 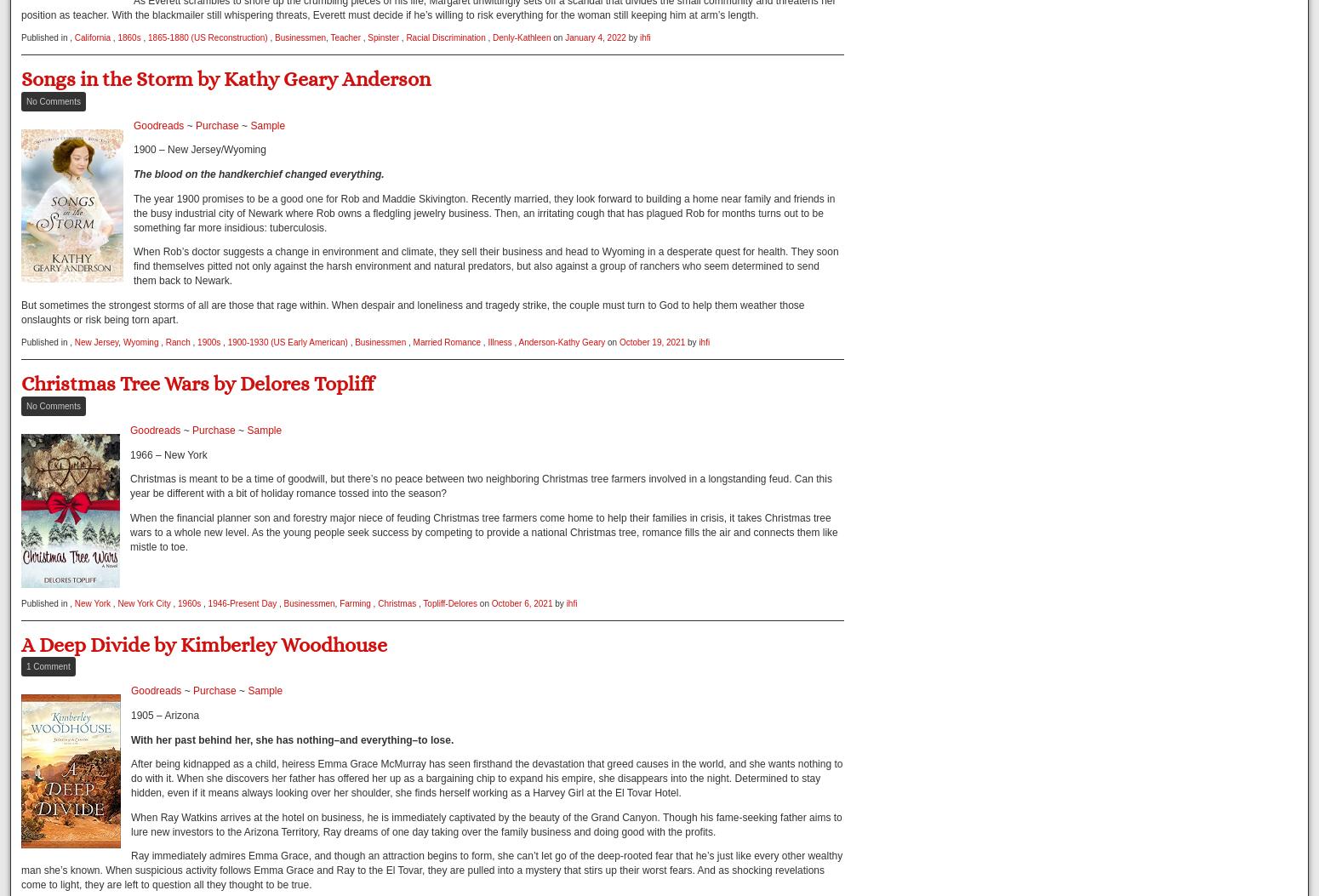 I want to click on 'Christmas is meant to be a time of goodwill, but there’s no peace between two neighboring Christmas tree farmers involved in a longstanding feud. Can this year be different with a bit of holiday romance tossed into the season?', so click(x=480, y=485).